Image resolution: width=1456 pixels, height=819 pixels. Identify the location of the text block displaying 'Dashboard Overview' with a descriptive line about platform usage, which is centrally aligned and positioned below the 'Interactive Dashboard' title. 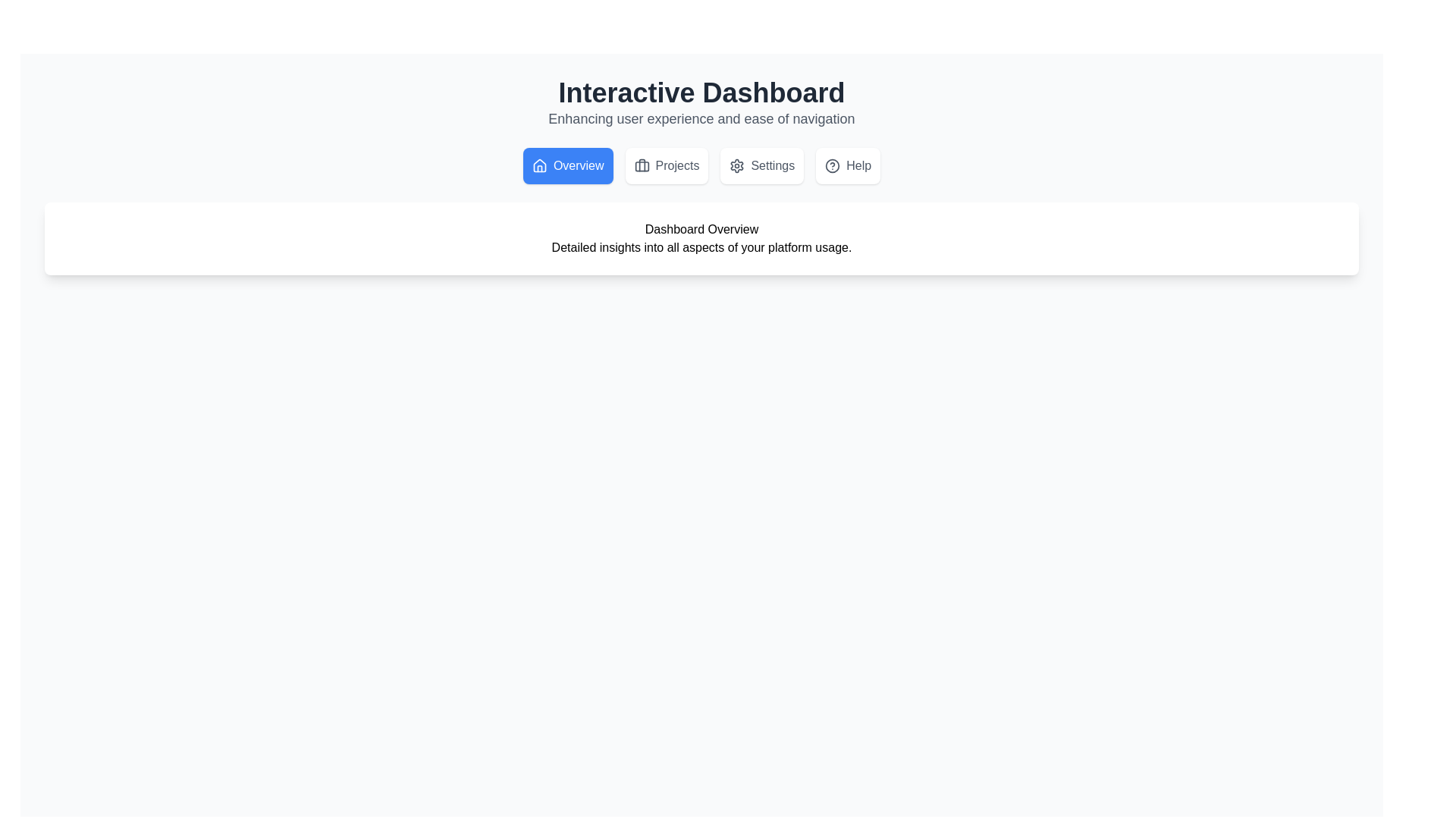
(701, 239).